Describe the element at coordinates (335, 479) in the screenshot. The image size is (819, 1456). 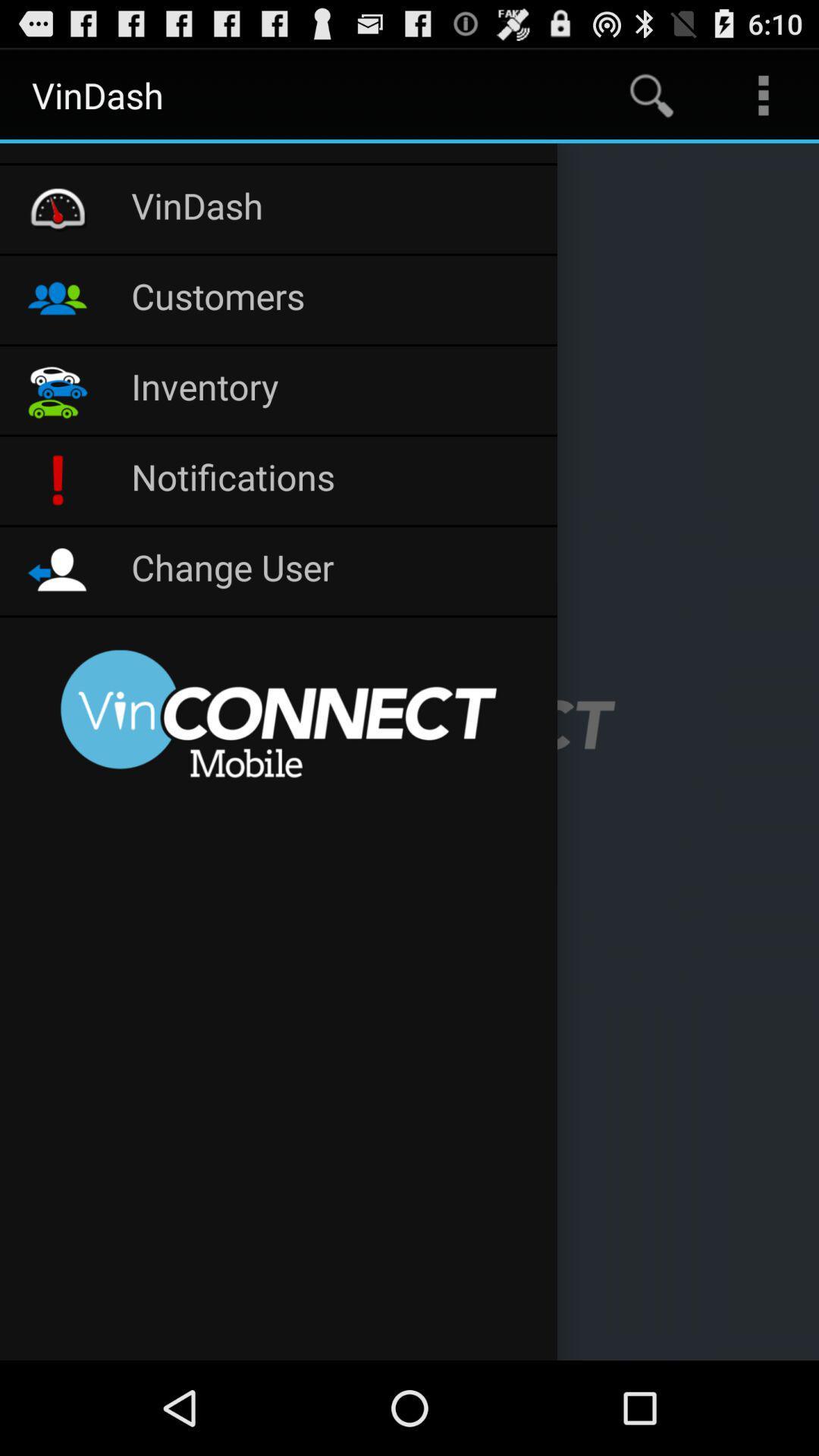
I see `the notifications` at that location.